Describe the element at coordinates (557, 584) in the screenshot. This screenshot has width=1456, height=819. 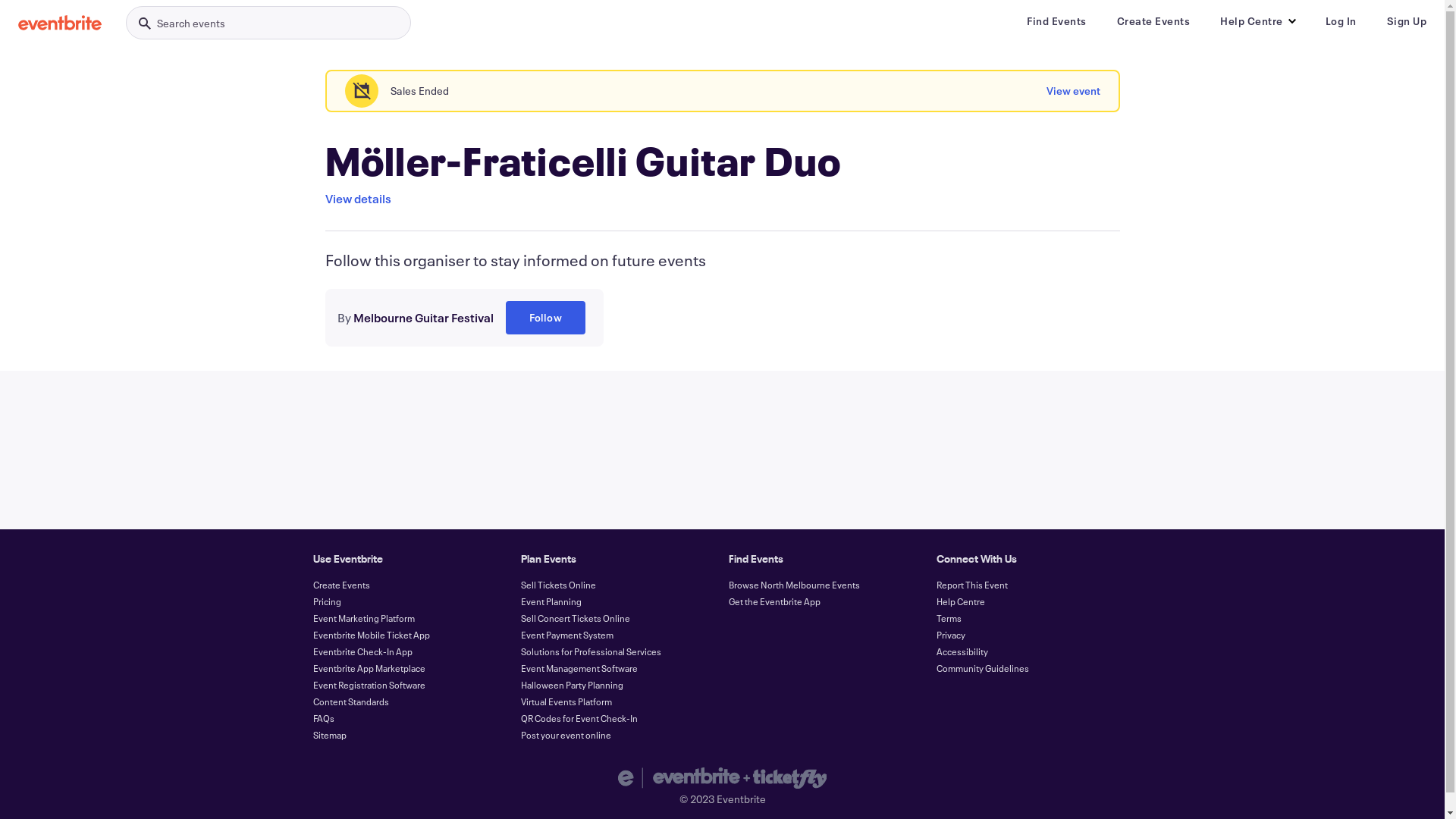
I see `'Sell Tickets Online'` at that location.